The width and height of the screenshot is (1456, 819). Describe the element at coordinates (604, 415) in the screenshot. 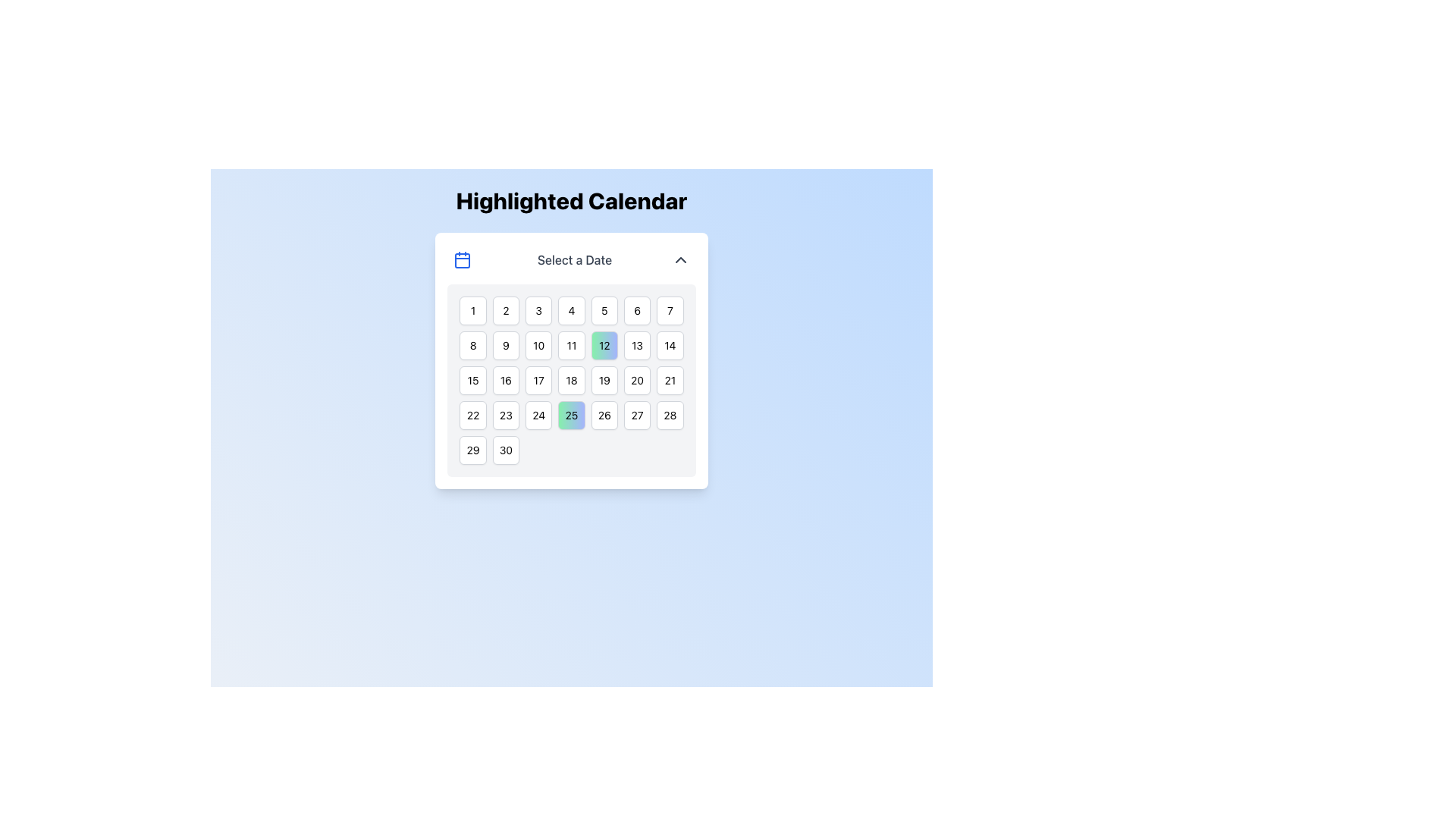

I see `the button labeled '26' in the date picker component` at that location.